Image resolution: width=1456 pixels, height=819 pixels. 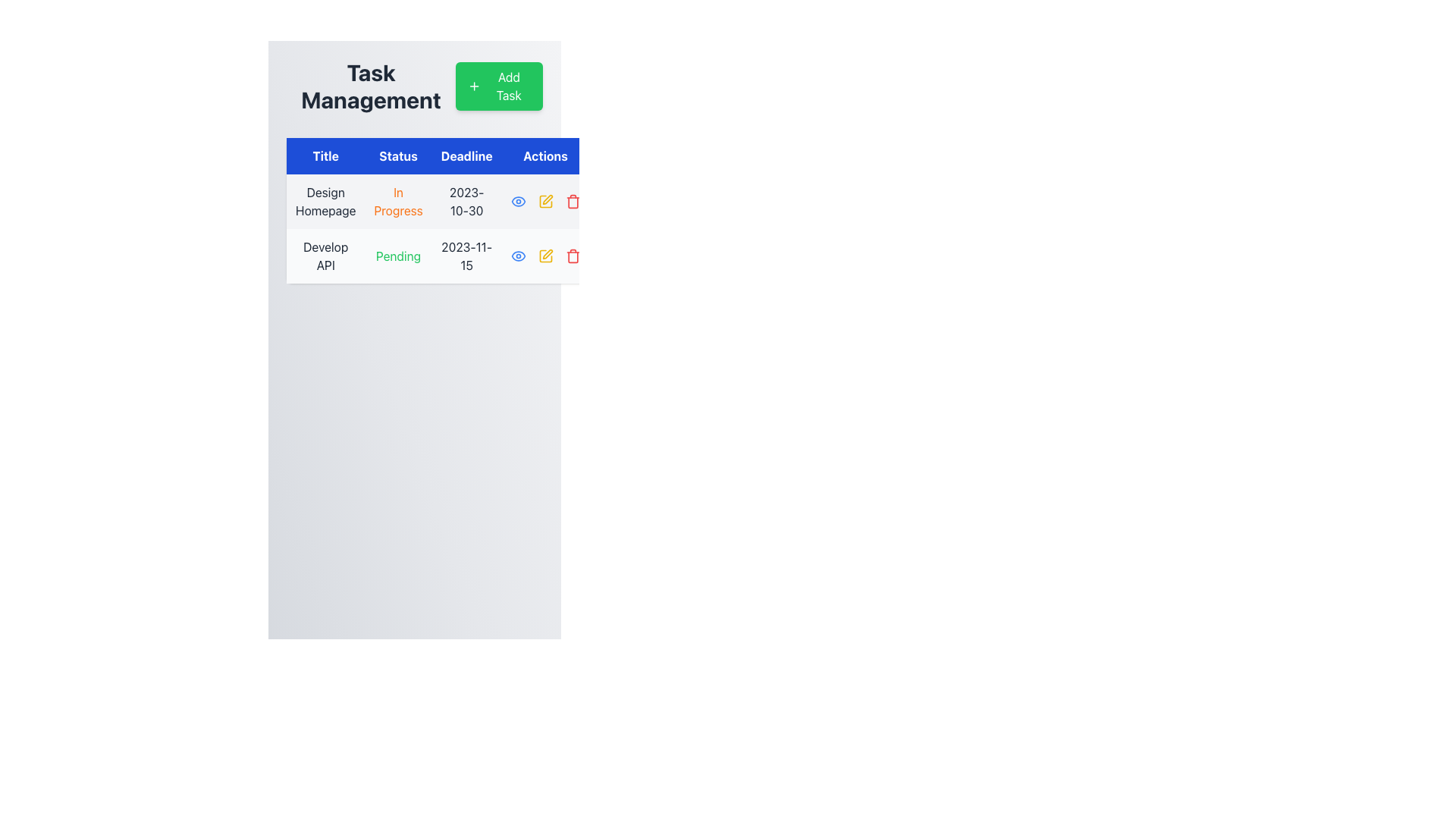 I want to click on the 'Design Homepage' text label to focus on the task it identifies, located in the first cell under the 'Title' column in the top row of the table, so click(x=325, y=201).